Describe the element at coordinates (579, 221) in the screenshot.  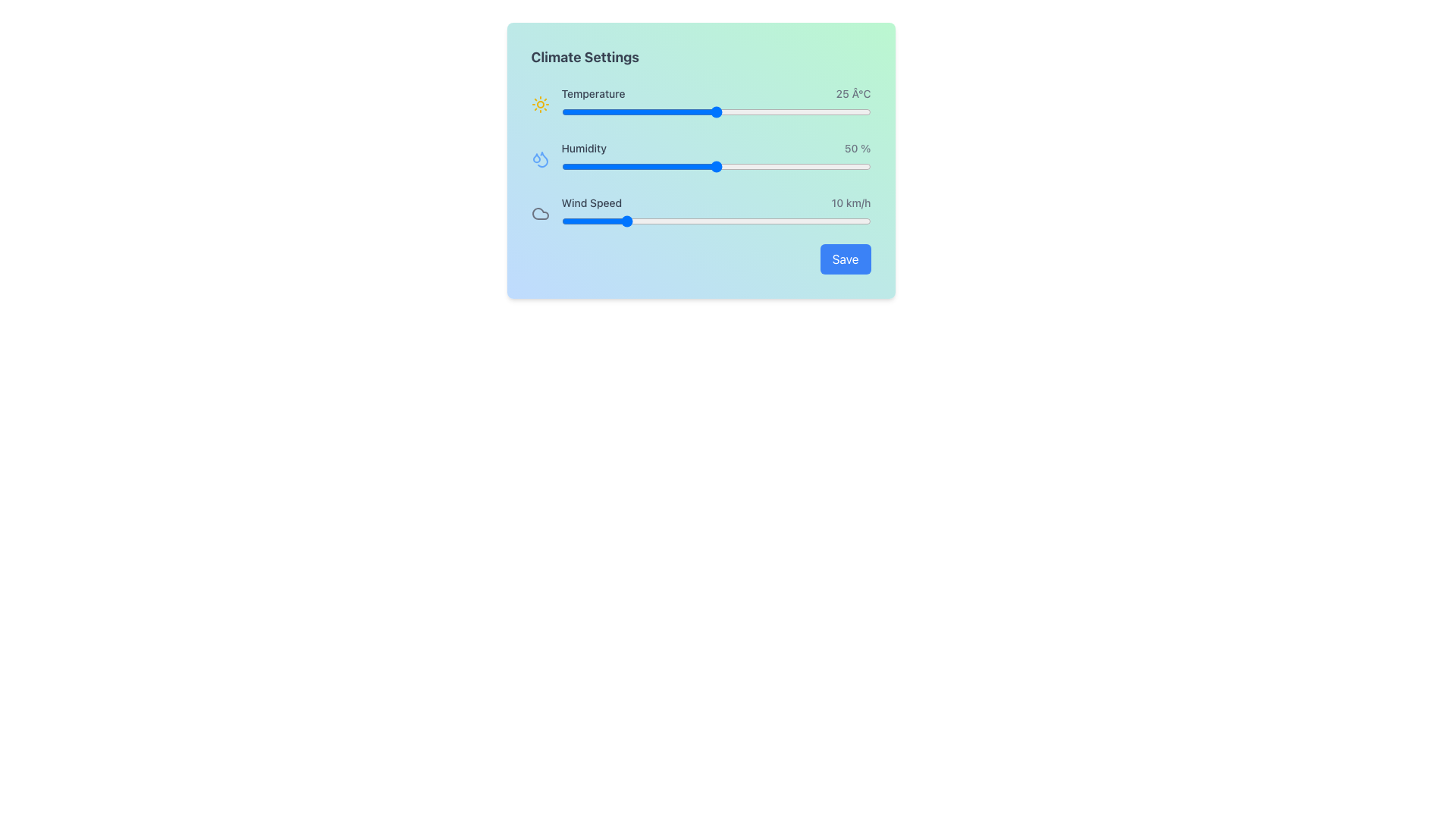
I see `wind speed` at that location.